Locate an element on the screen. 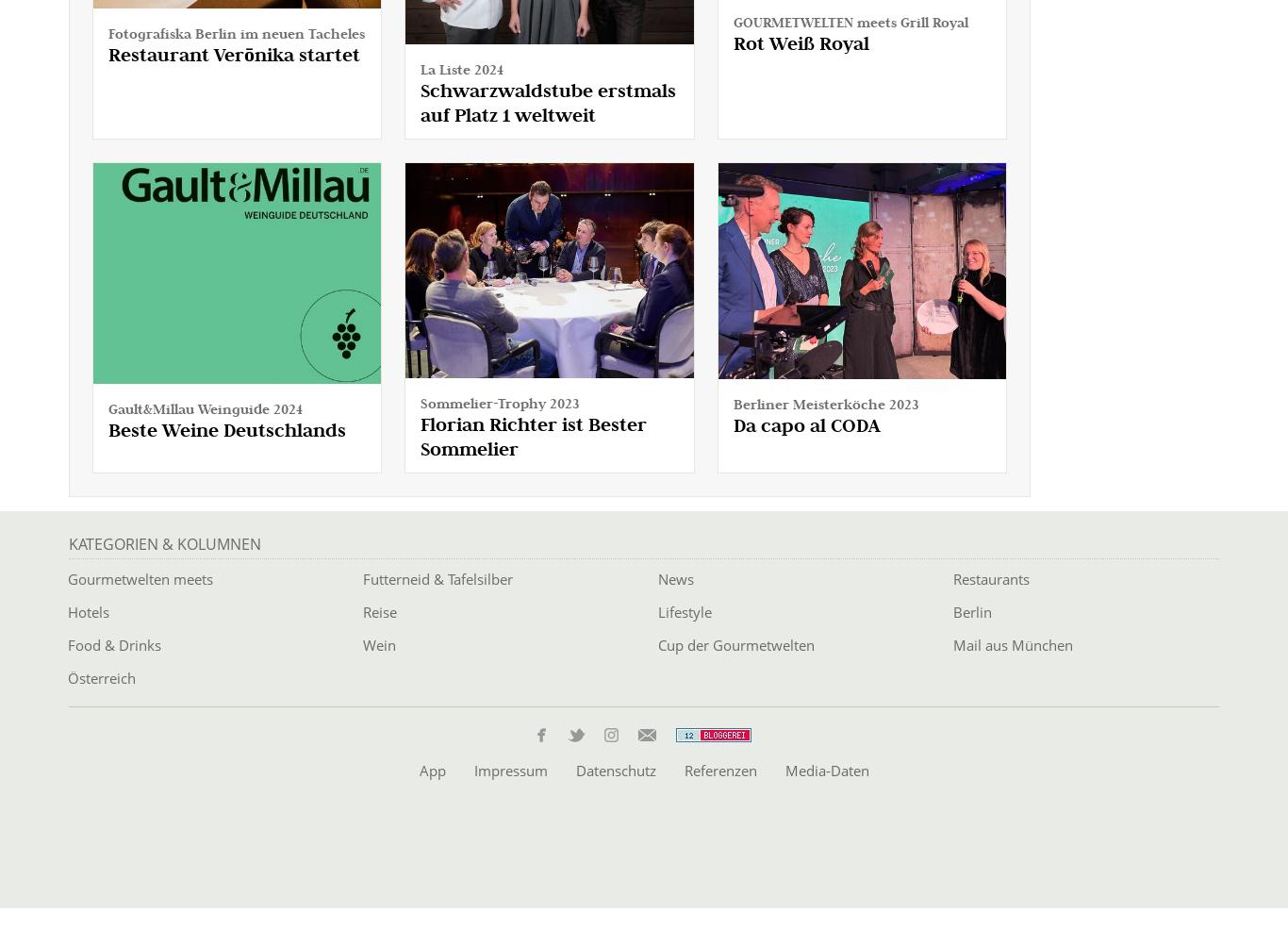  'Fotografiska Berlin im neuen Tacheles' is located at coordinates (236, 32).